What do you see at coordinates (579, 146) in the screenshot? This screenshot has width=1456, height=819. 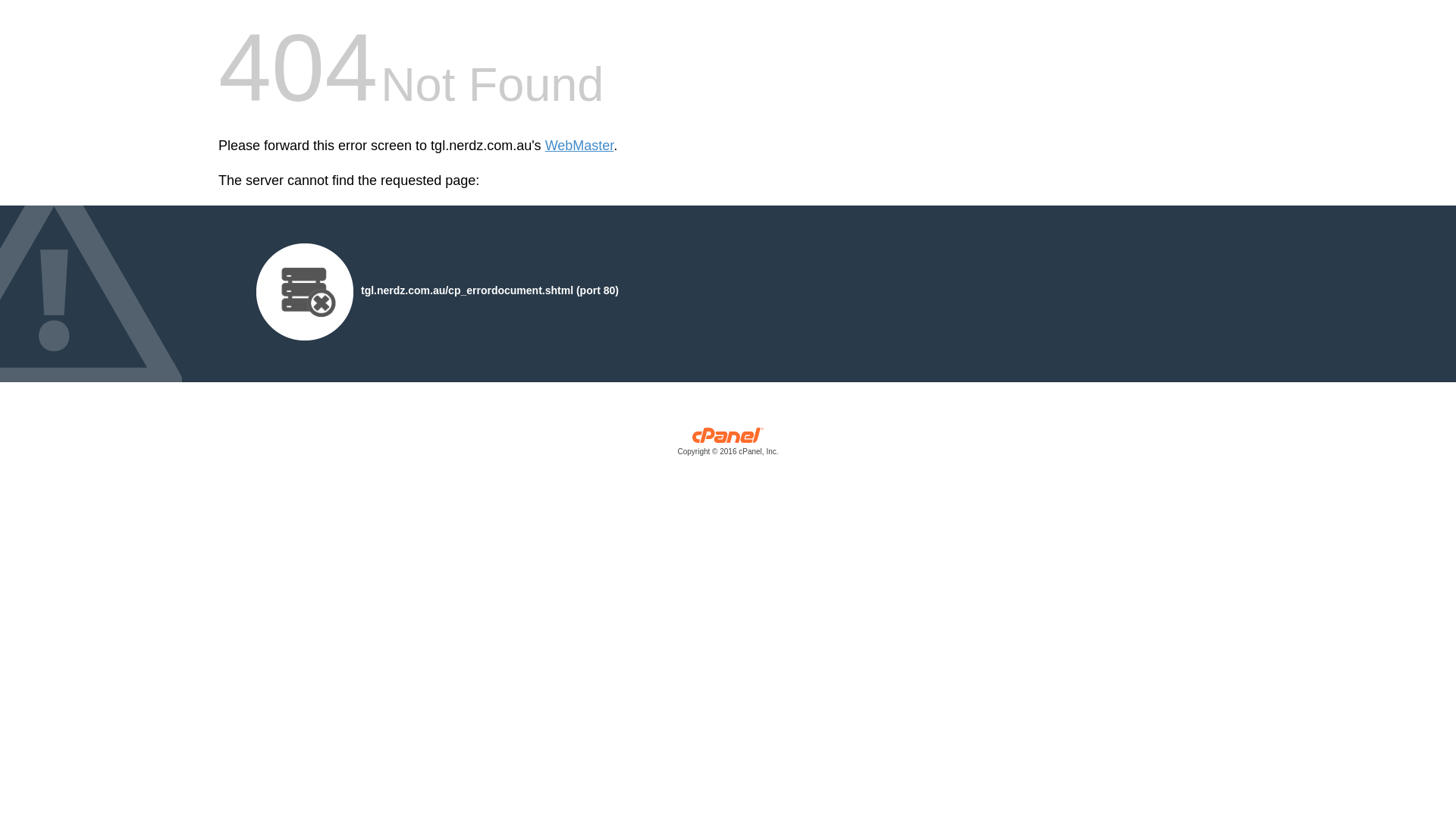 I see `'WebMaster'` at bounding box center [579, 146].